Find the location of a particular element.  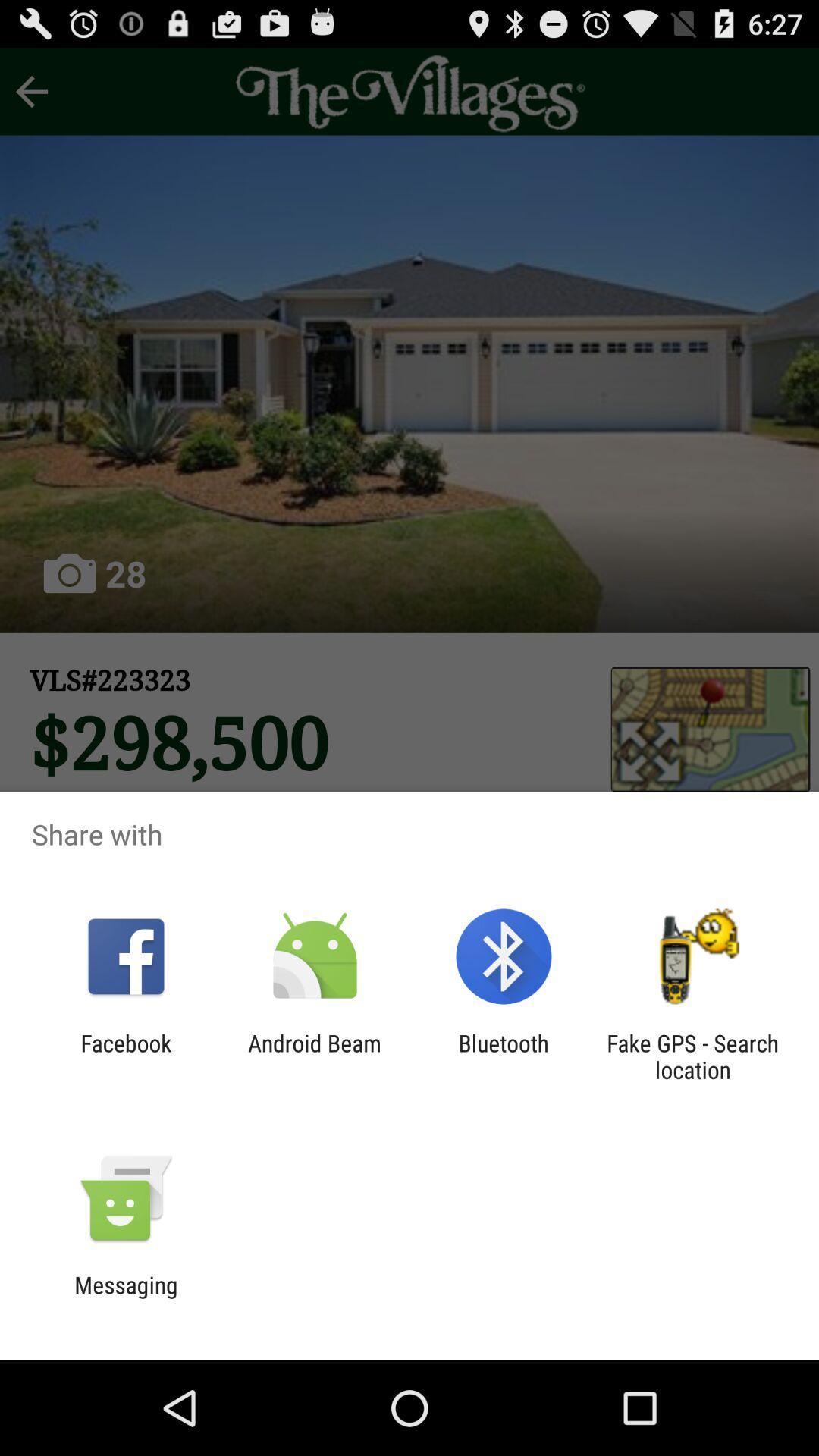

icon to the left of fake gps search is located at coordinates (504, 1056).